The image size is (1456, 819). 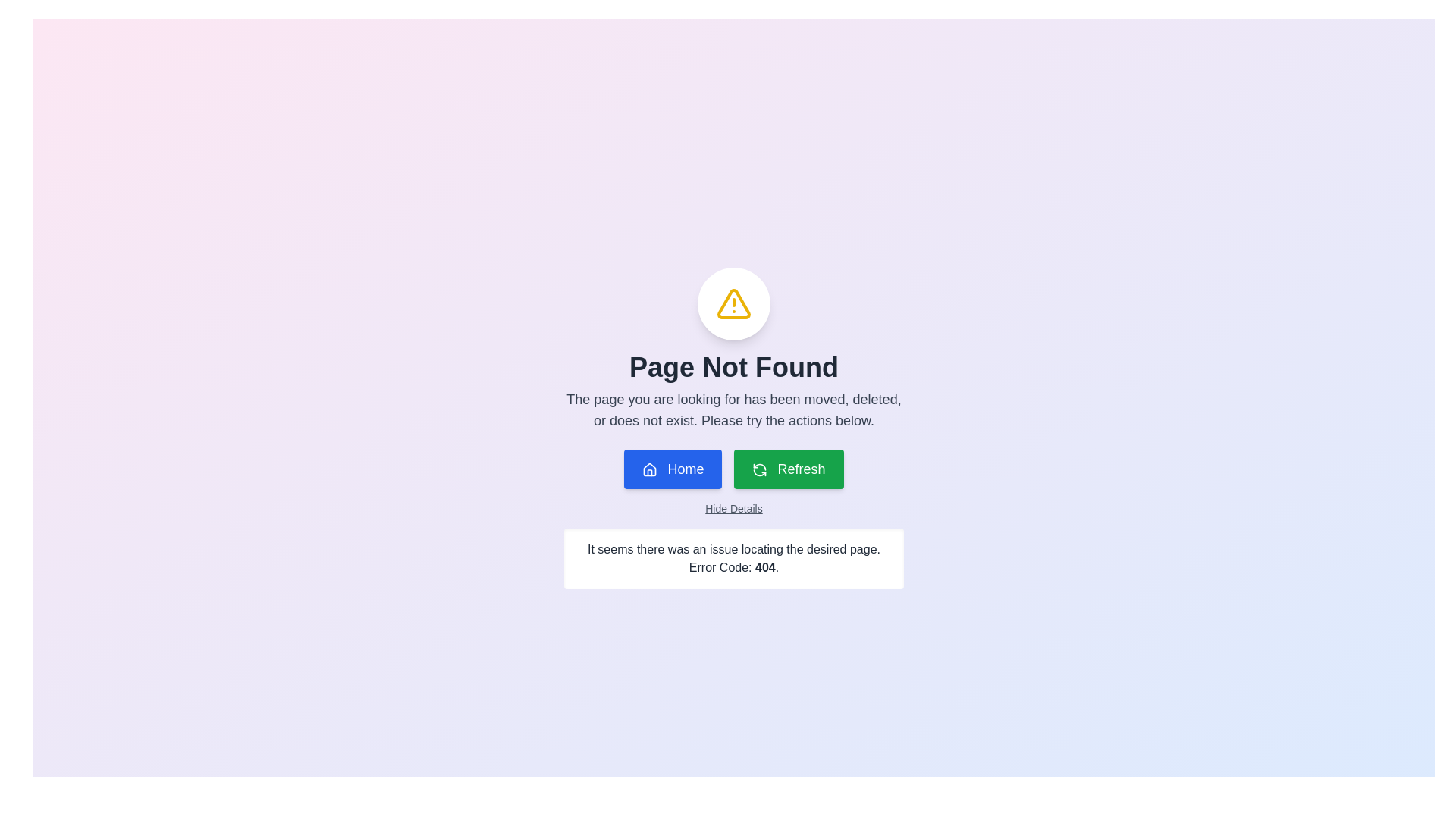 I want to click on the static text displaying the error code '404', which is located at the bottom of the page within a paragraph indicating that the requested page was not found, so click(x=765, y=567).